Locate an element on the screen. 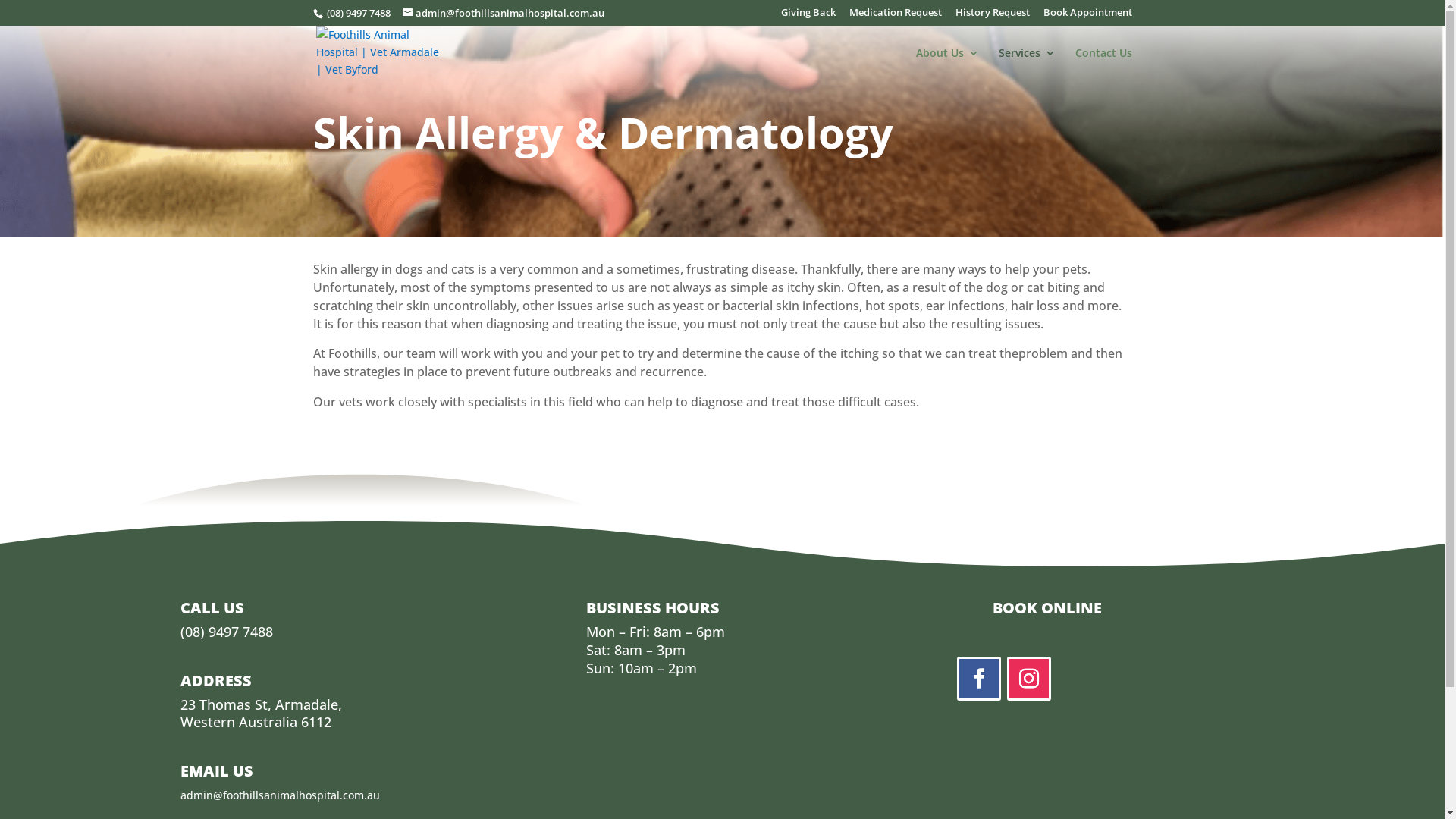 The height and width of the screenshot is (819, 1456). 'Follow on Instagram' is located at coordinates (1029, 677).